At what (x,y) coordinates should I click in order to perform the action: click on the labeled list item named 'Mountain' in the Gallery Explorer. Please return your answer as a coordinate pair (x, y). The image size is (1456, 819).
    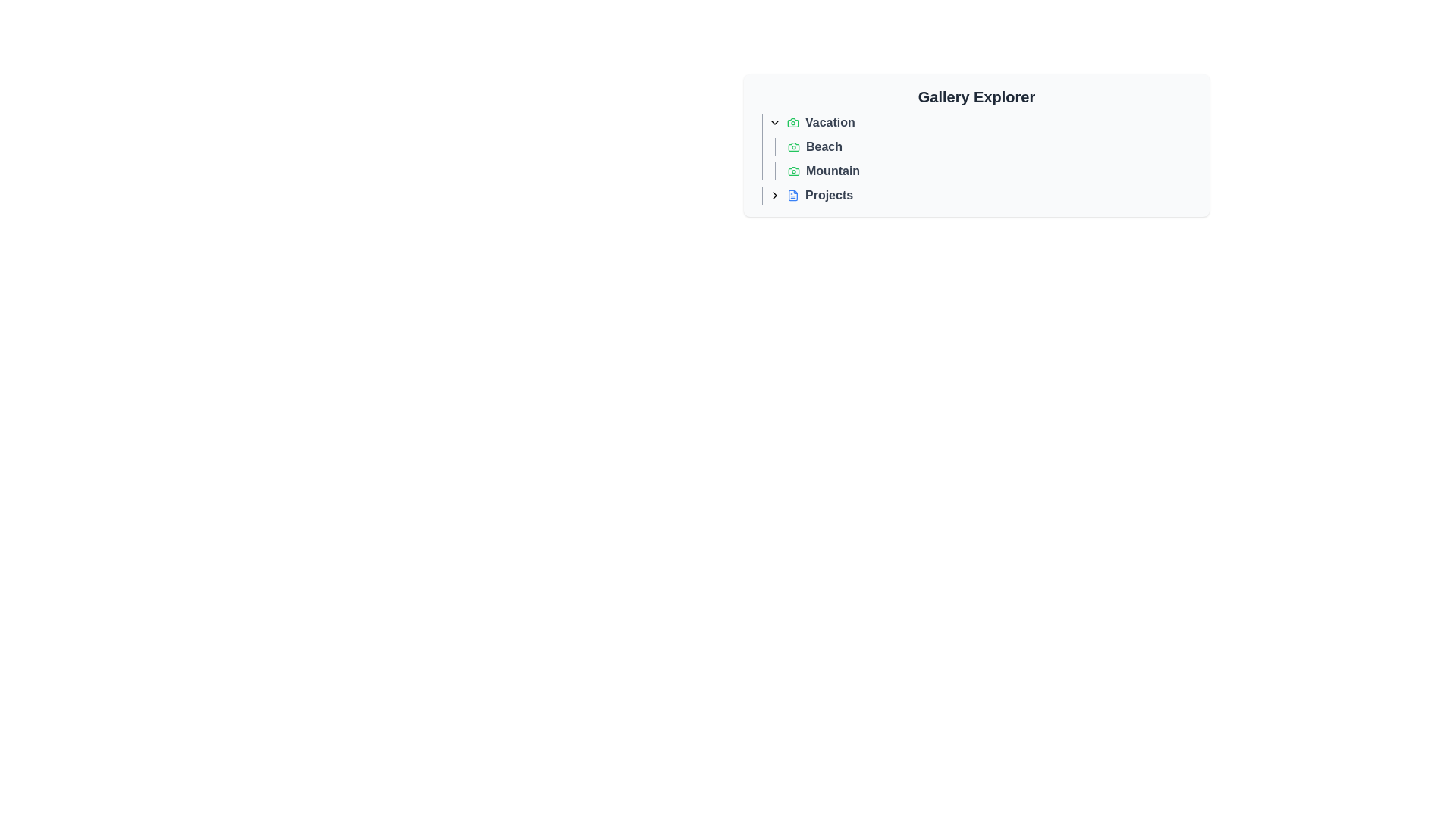
    Looking at the image, I should click on (990, 171).